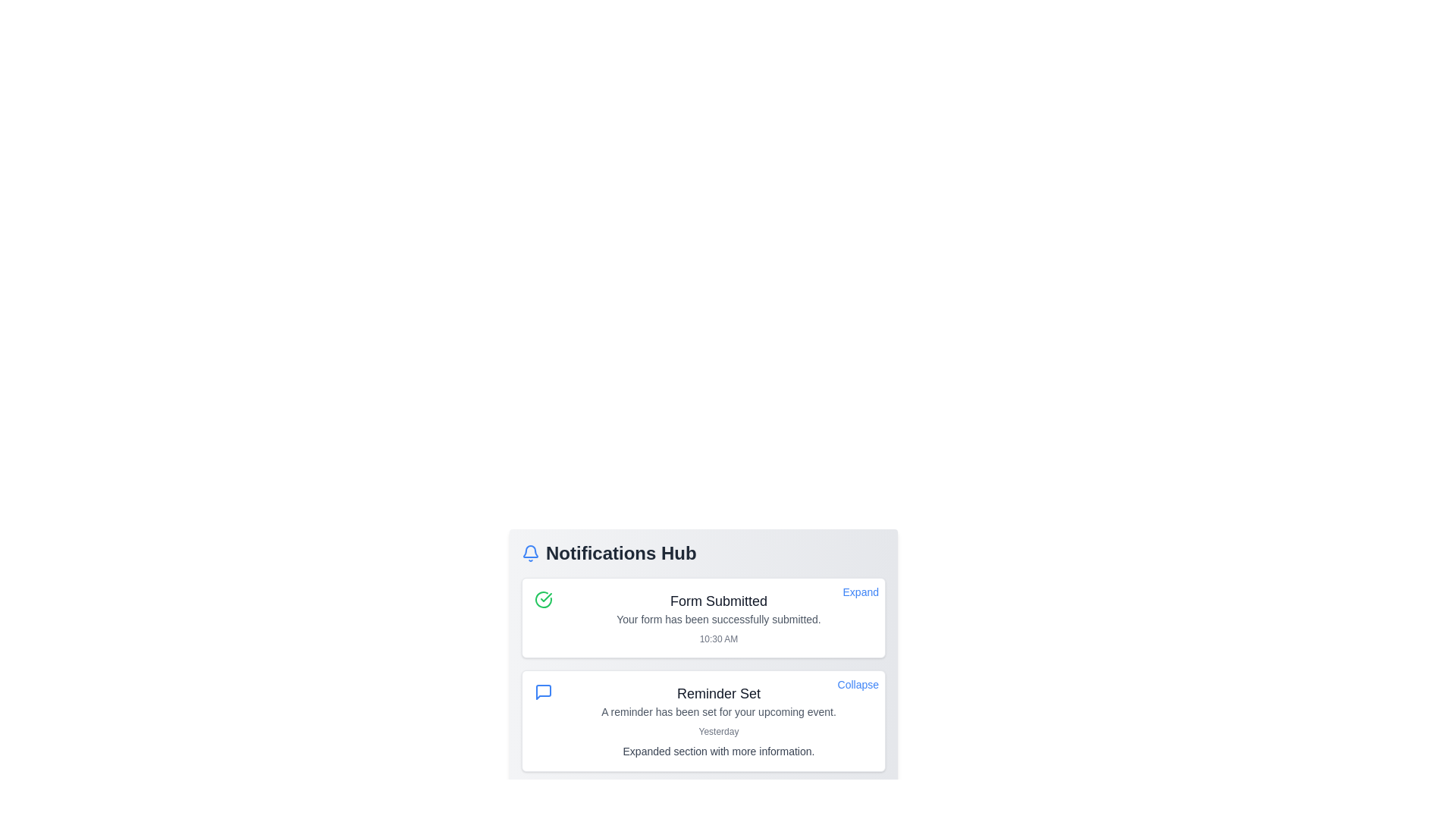  What do you see at coordinates (531, 551) in the screenshot?
I see `the main body of the notification bell icon located in the top-left corner of the 'Notifications Hub' card` at bounding box center [531, 551].